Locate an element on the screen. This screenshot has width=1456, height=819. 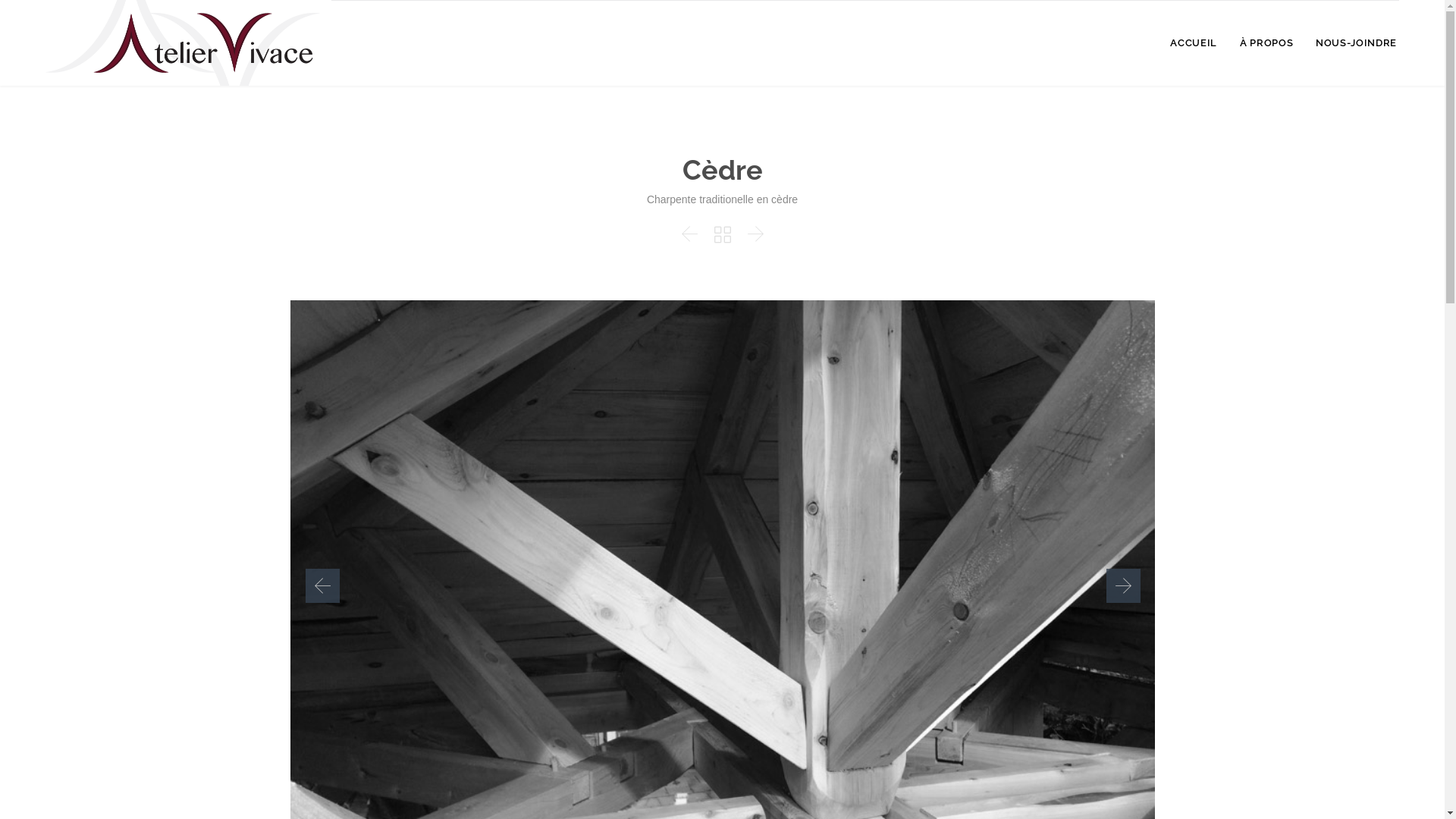
'Atelier Vivace' is located at coordinates (187, 42).